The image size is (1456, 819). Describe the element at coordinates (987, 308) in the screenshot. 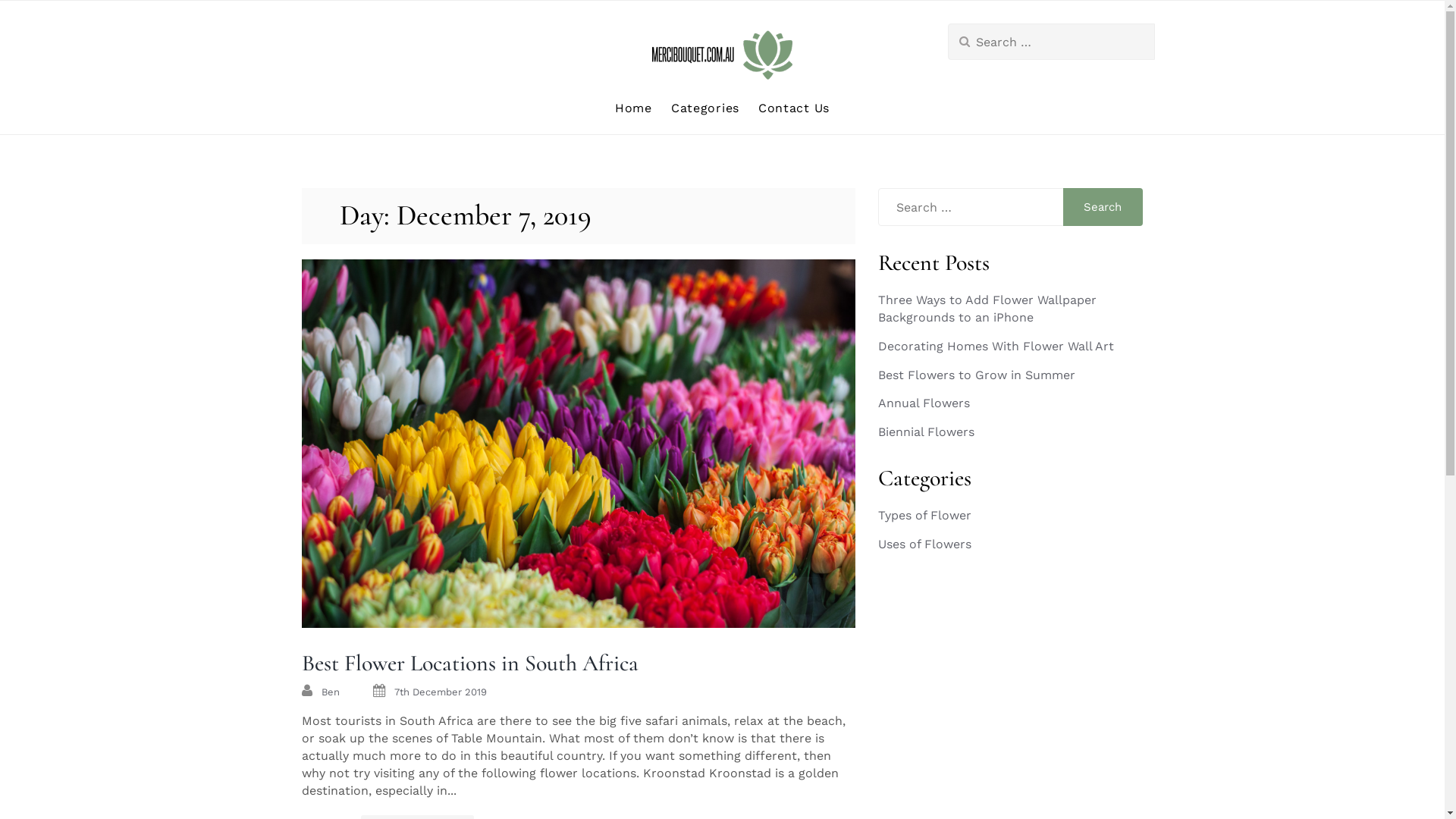

I see `'Three Ways to Add Flower Wallpaper Backgrounds to an iPhone'` at that location.